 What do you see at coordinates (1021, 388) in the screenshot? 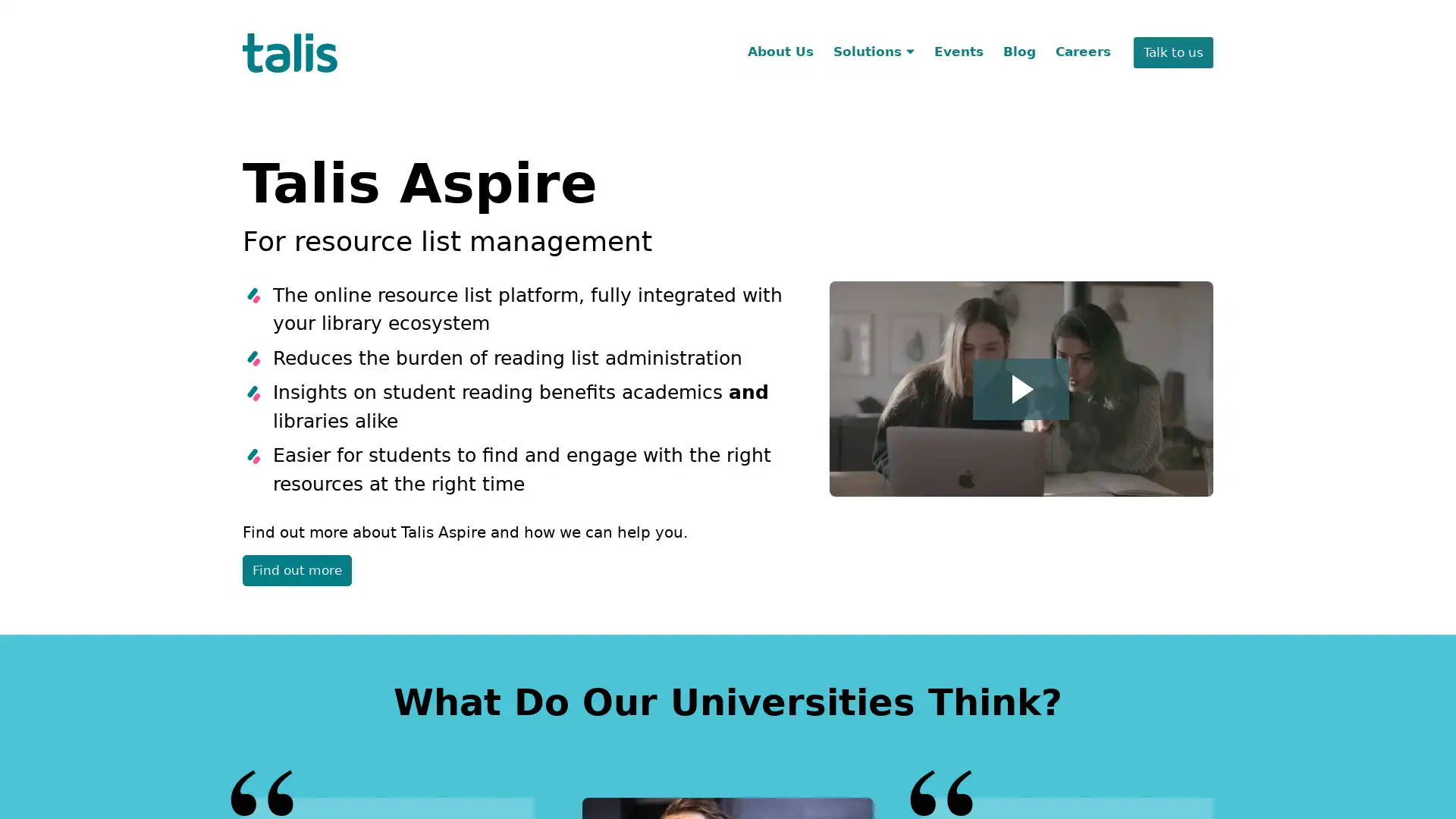
I see `Play` at bounding box center [1021, 388].